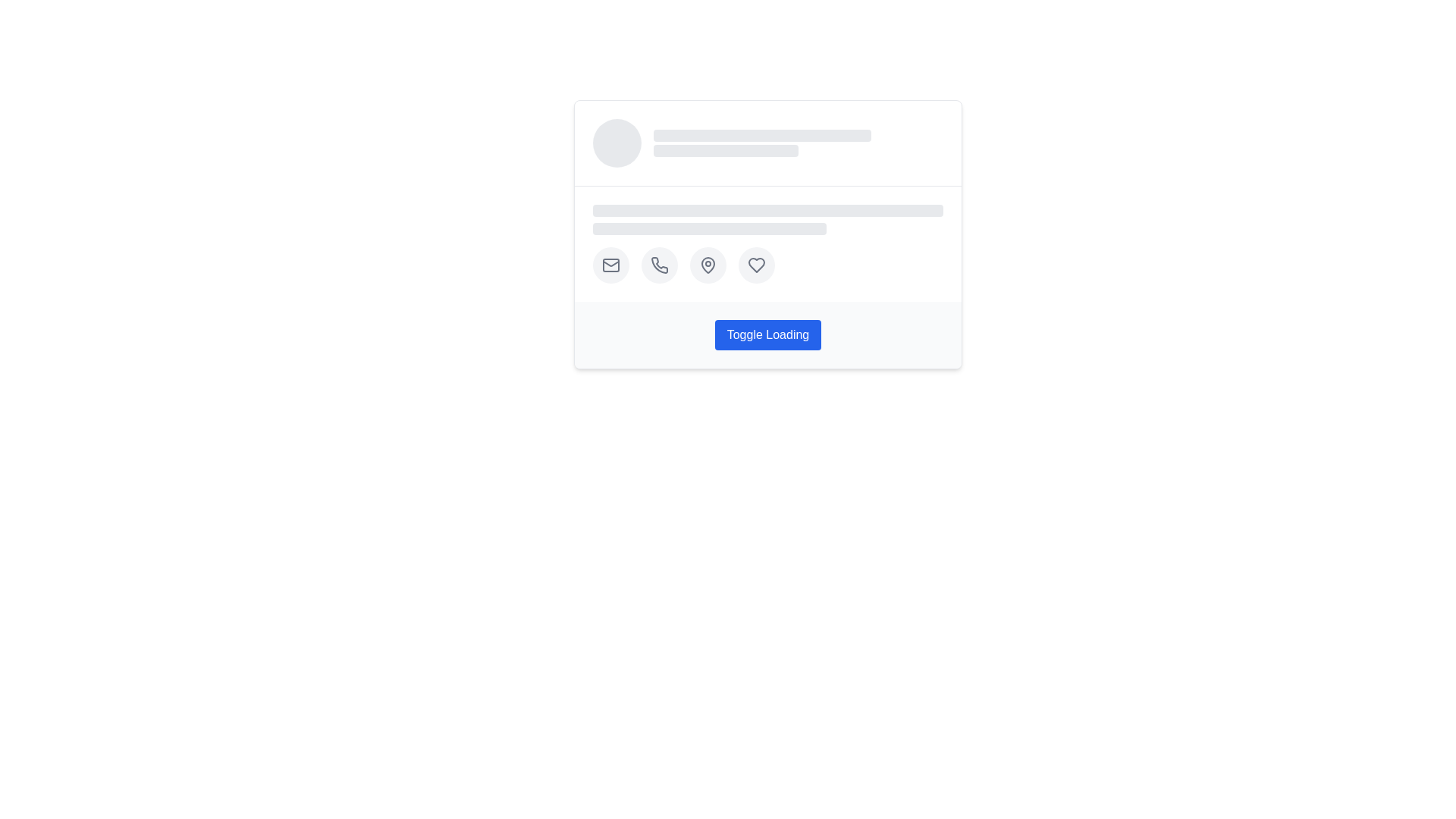 Image resolution: width=1456 pixels, height=819 pixels. I want to click on the phone receiver icon, which is the second icon from the left in a row of icons beneath the profile header, so click(659, 263).